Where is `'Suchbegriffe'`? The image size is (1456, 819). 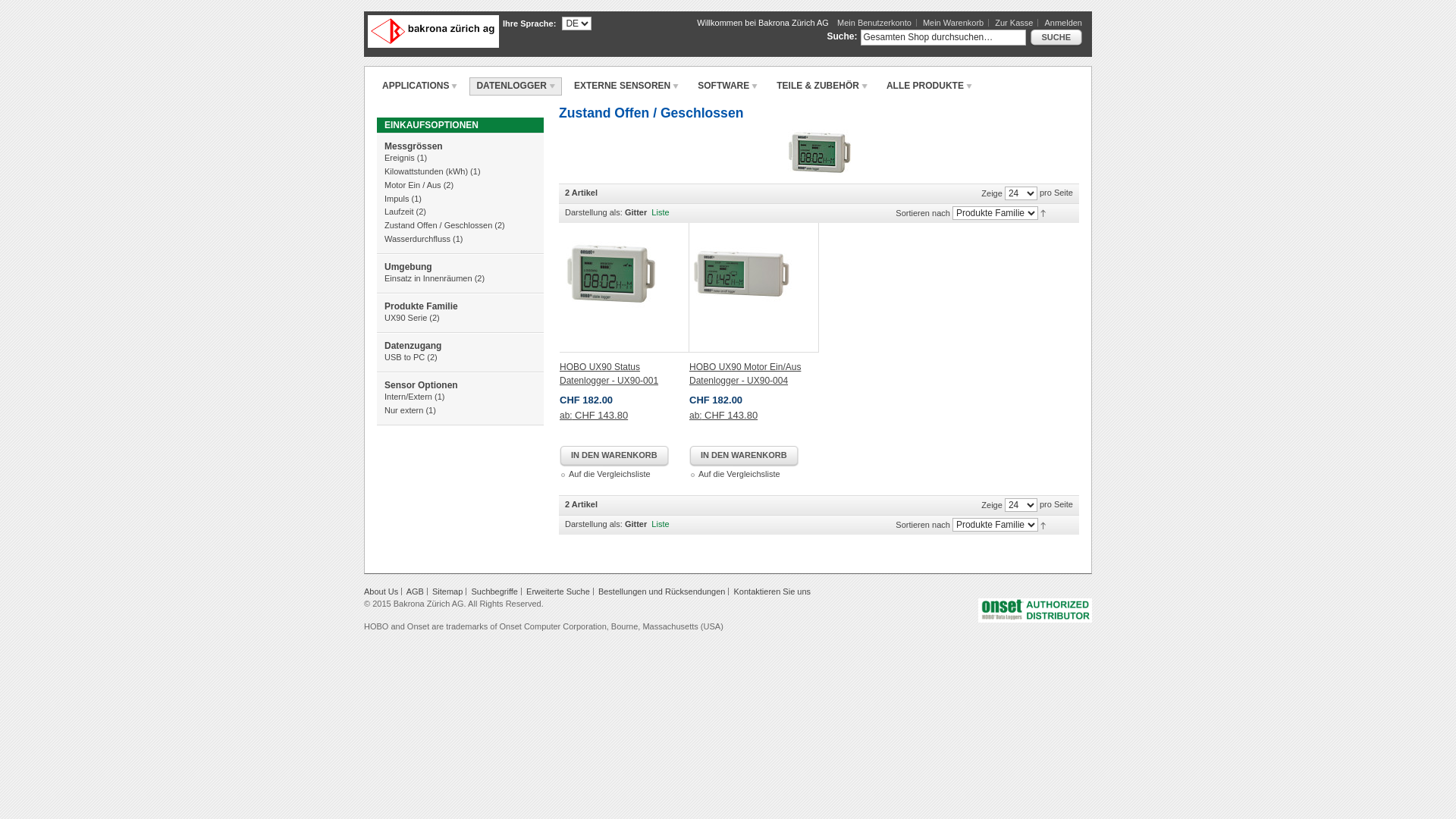 'Suchbegriffe' is located at coordinates (494, 590).